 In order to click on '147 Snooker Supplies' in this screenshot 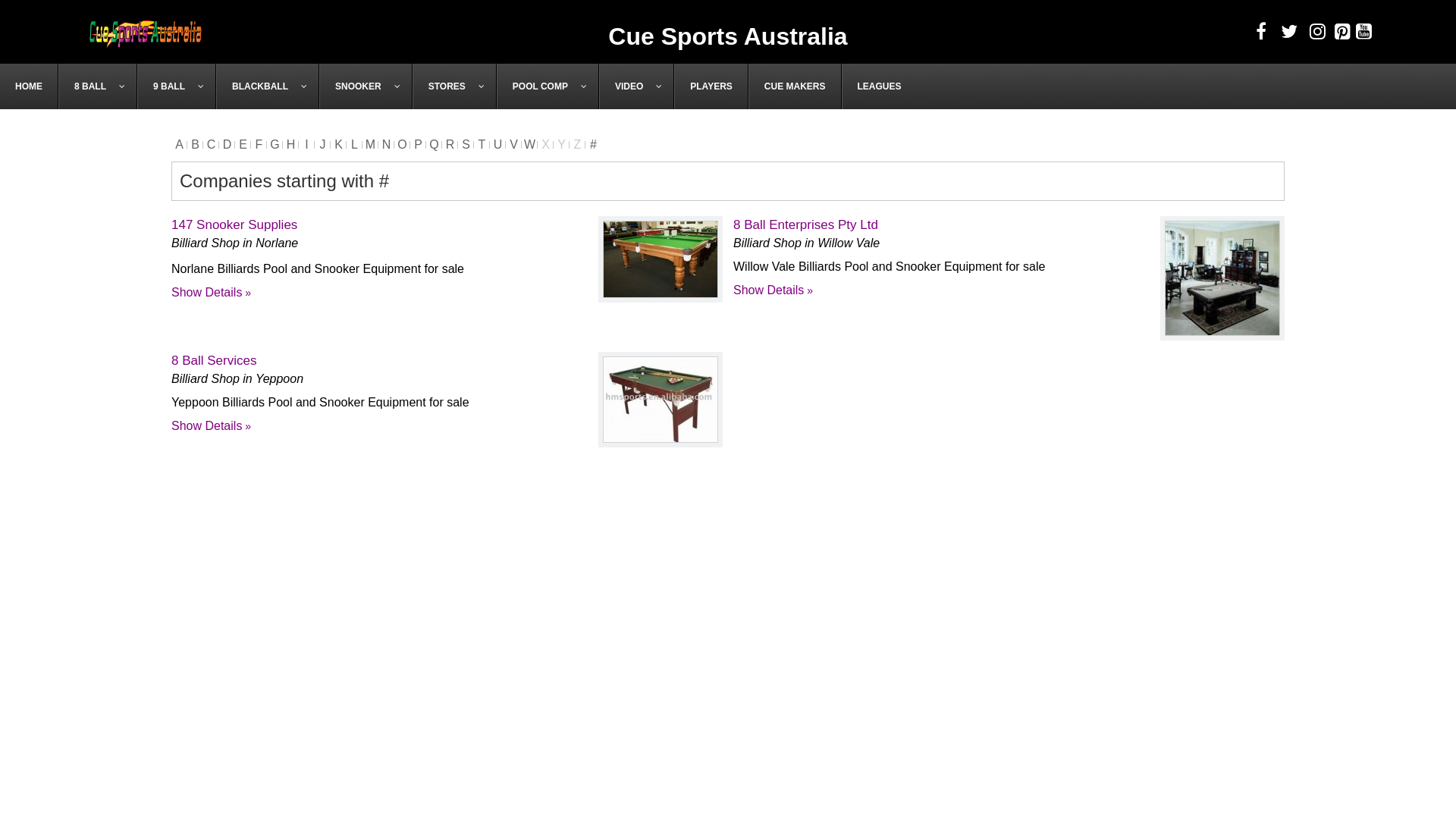, I will do `click(233, 224)`.